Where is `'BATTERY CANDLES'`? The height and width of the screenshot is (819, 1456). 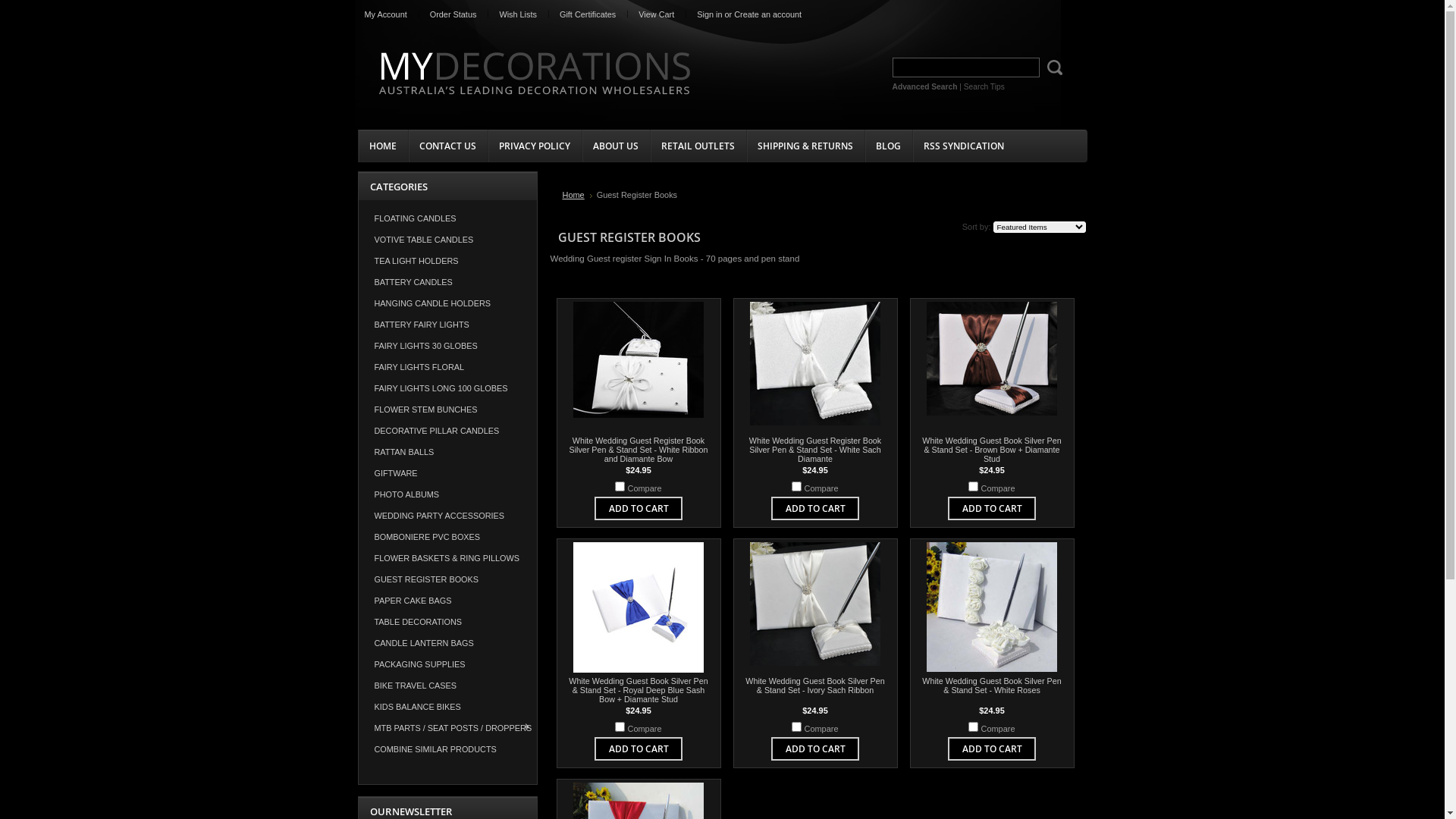 'BATTERY CANDLES' is located at coordinates (447, 281).